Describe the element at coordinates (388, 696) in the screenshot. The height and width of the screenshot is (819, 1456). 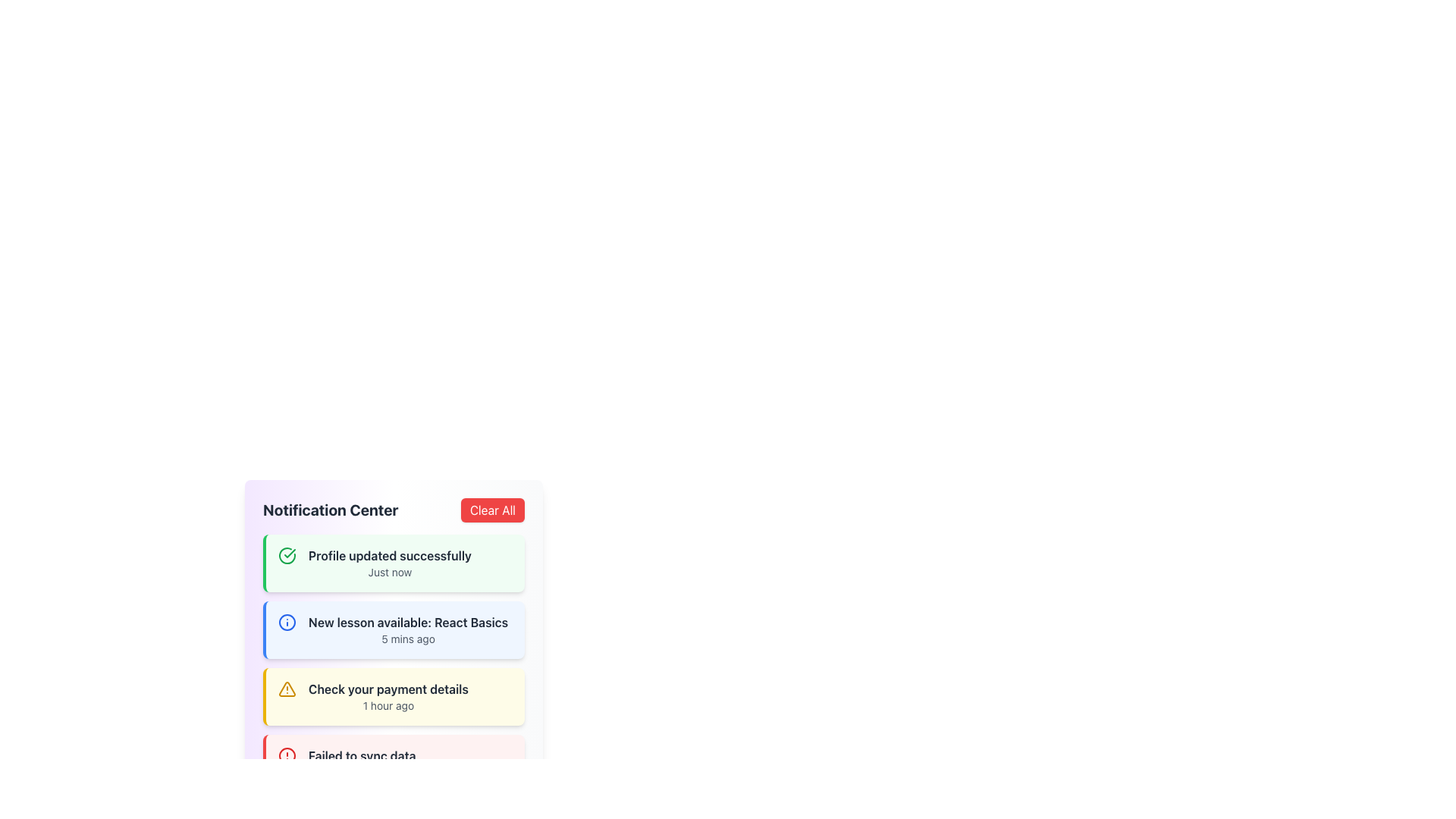
I see `the Notification card displaying 'Check your payment details'` at that location.